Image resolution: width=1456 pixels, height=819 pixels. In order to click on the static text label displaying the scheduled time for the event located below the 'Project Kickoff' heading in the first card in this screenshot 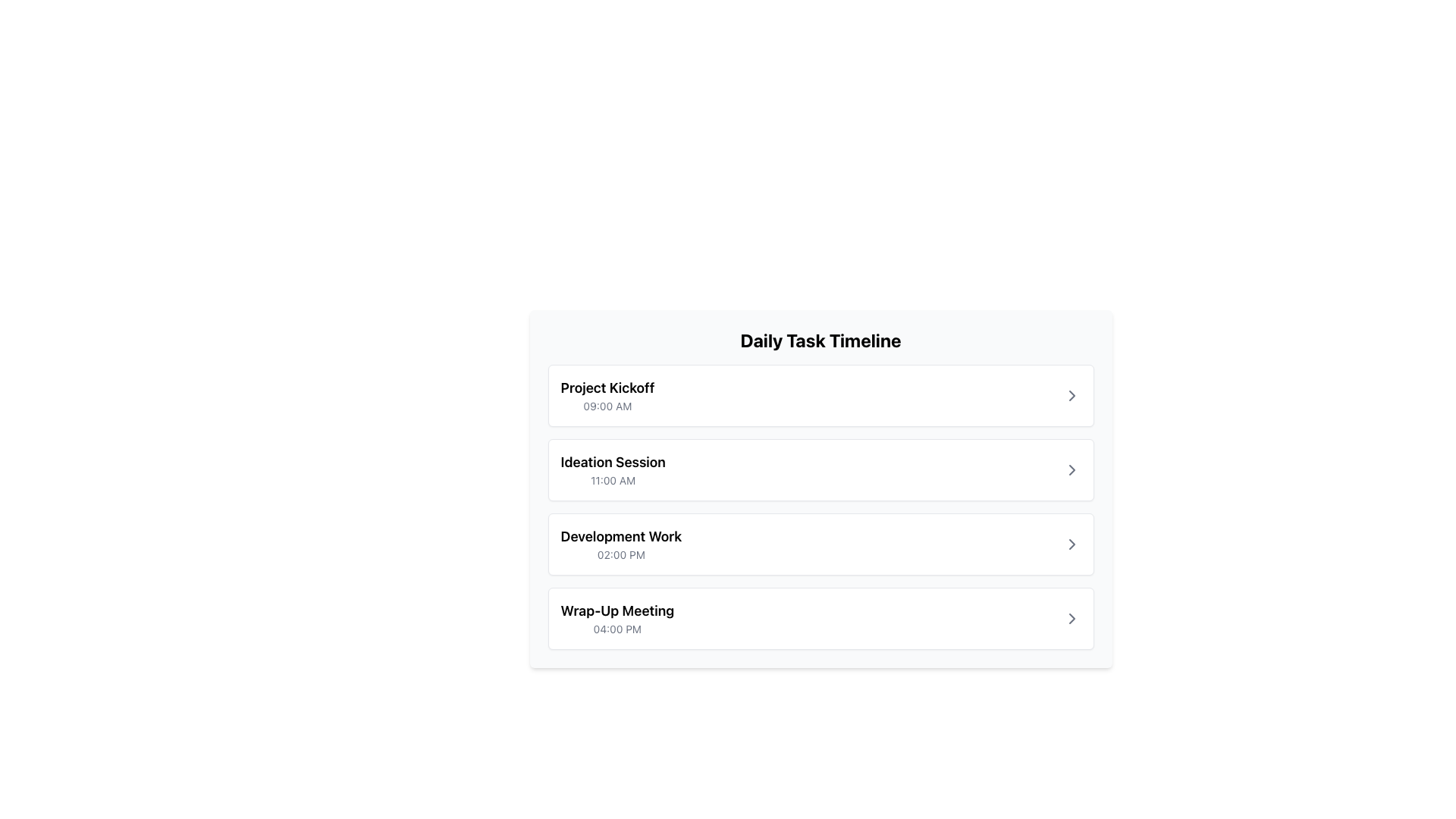, I will do `click(607, 406)`.